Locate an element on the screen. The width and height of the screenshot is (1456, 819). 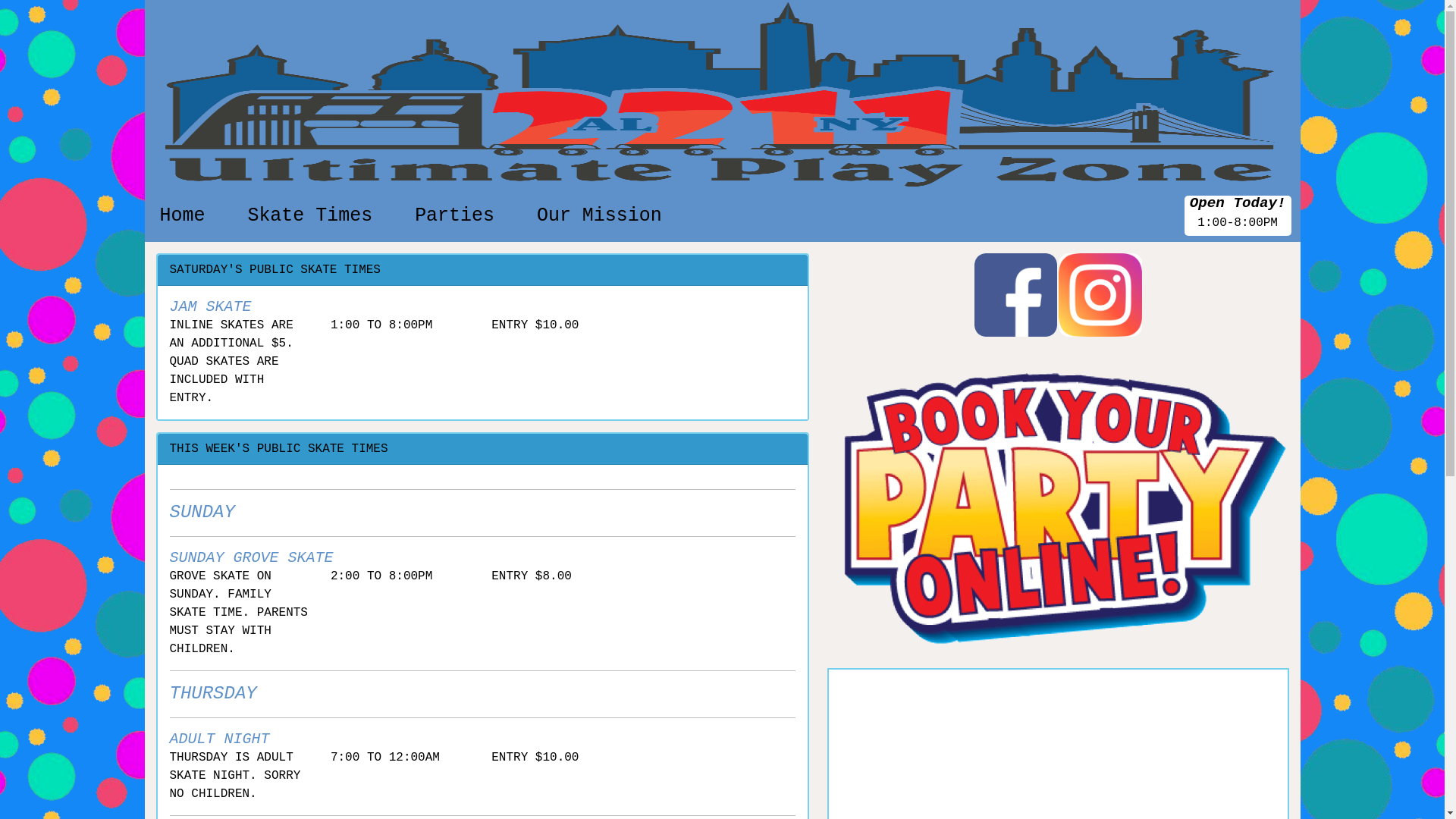
'Our Mission' is located at coordinates (598, 215).